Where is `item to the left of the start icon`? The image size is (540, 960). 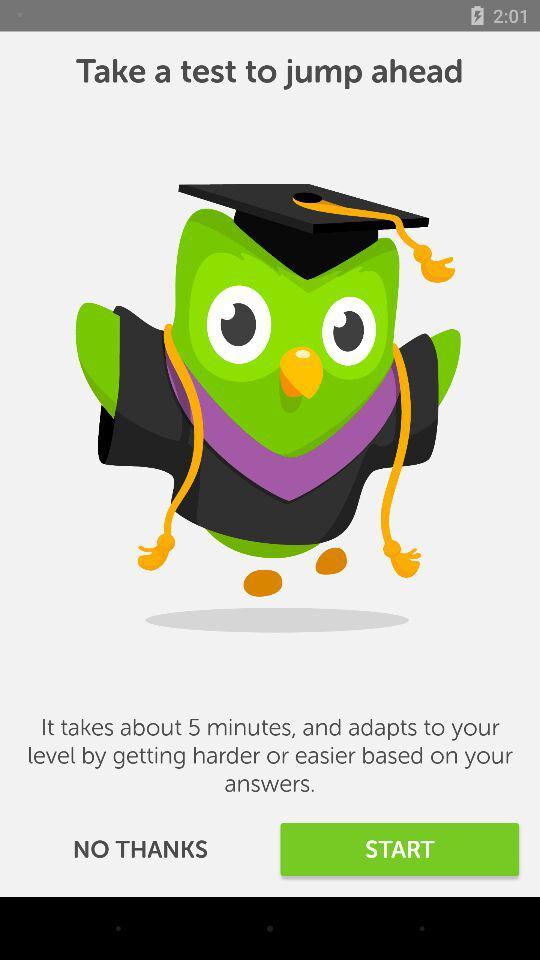 item to the left of the start icon is located at coordinates (139, 848).